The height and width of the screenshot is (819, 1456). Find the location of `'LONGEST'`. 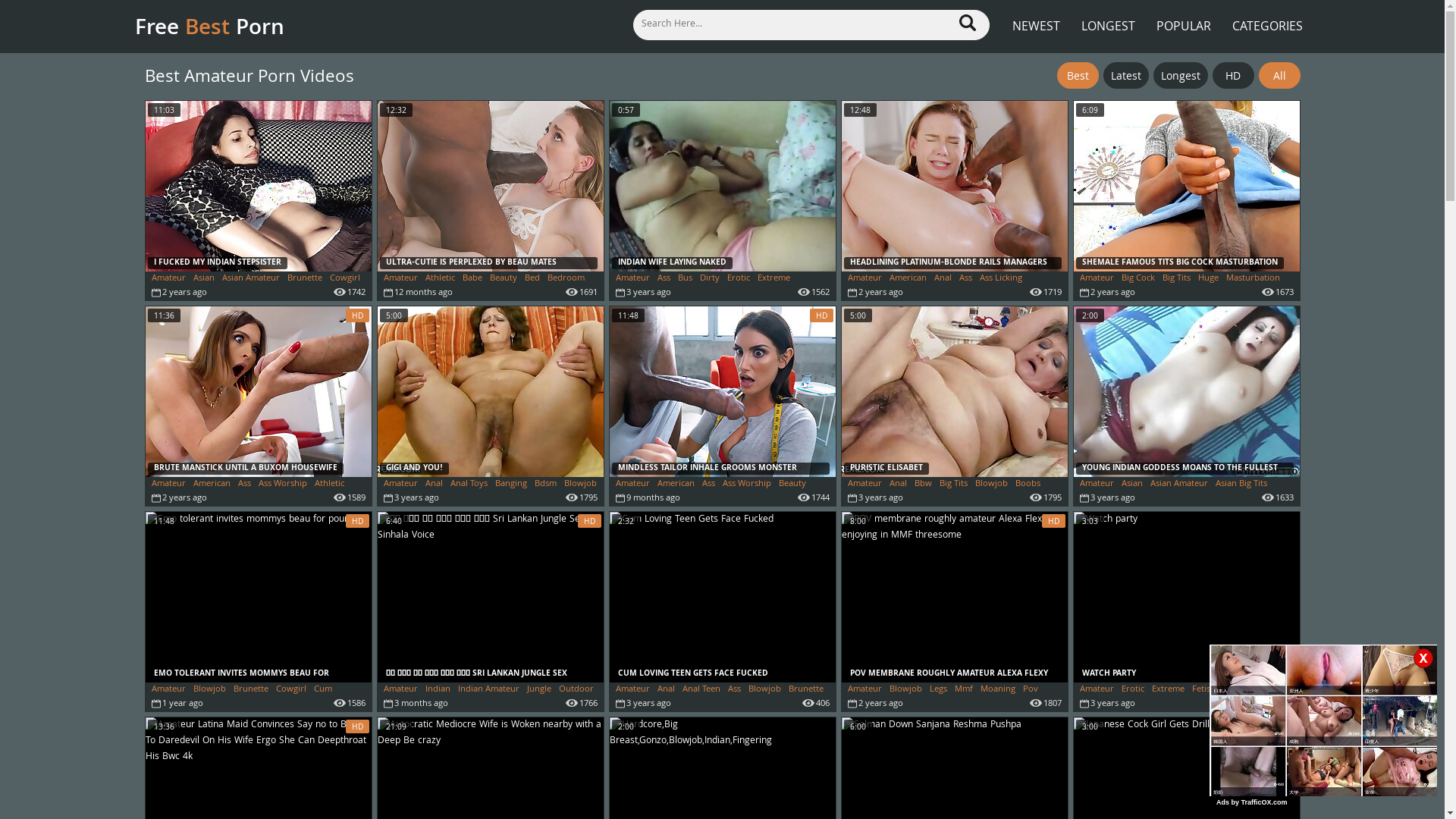

'LONGEST' is located at coordinates (1108, 17).